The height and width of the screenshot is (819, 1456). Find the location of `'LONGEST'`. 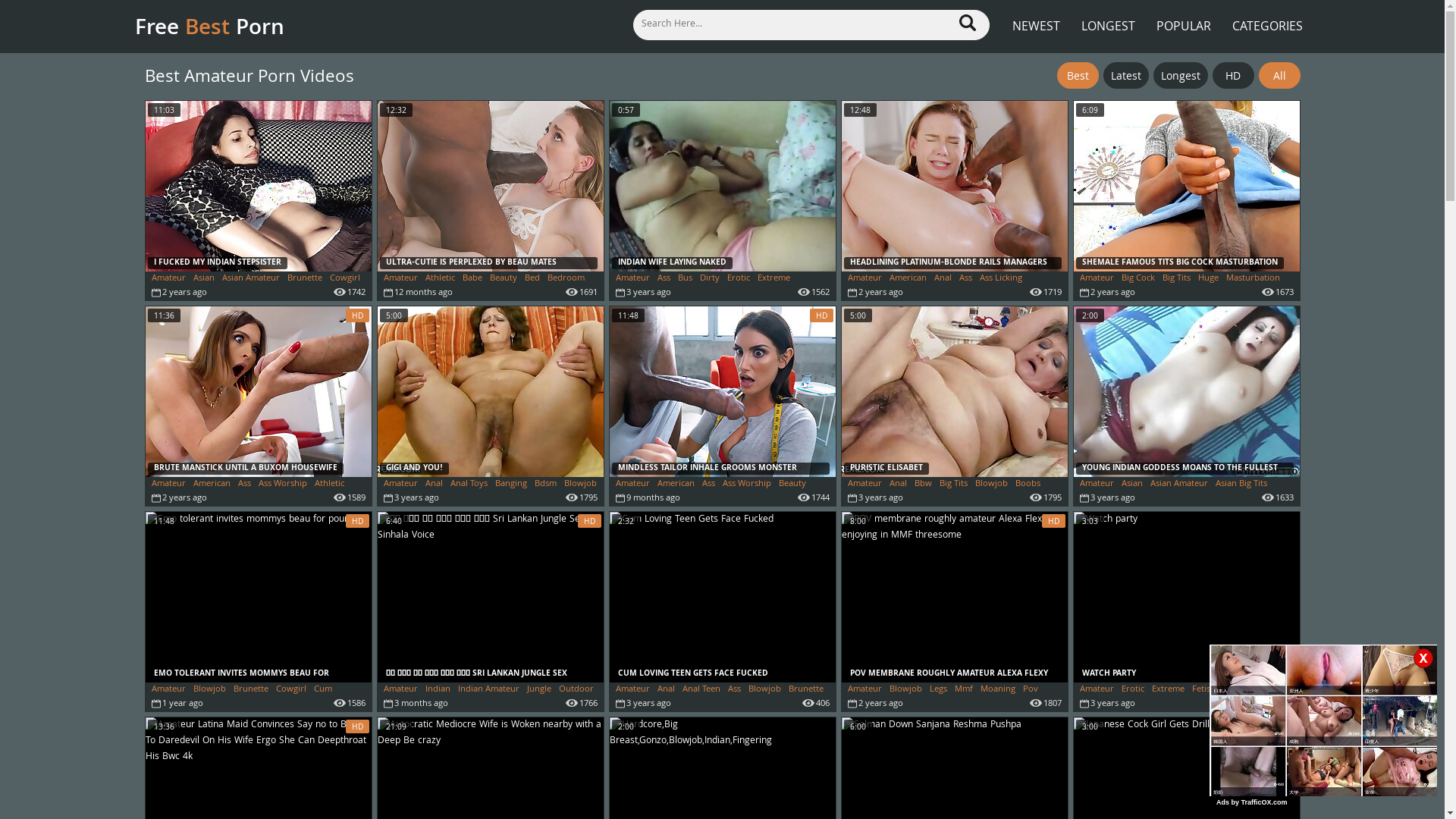

'LONGEST' is located at coordinates (1108, 17).